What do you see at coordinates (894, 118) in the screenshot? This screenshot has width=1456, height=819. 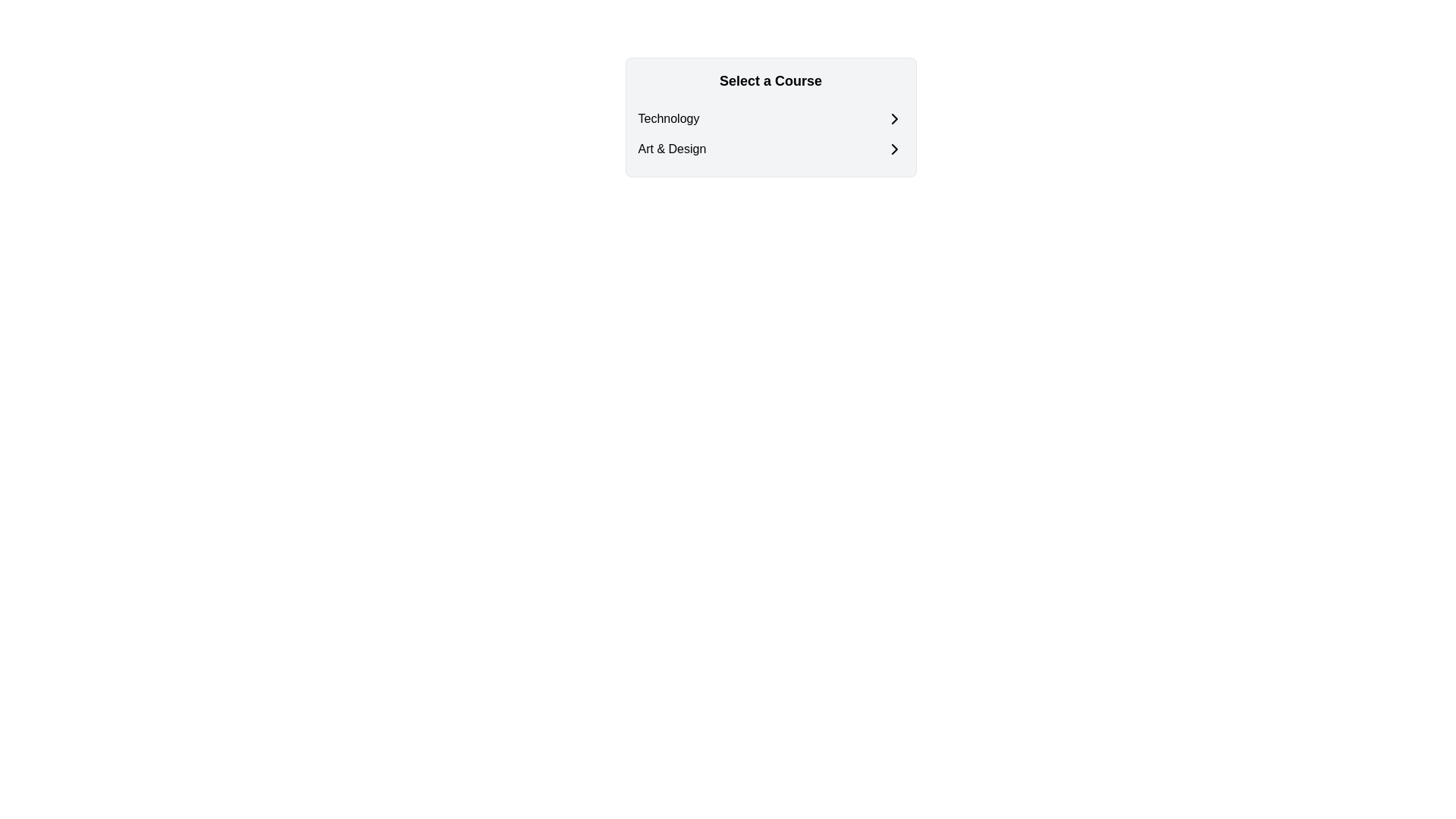 I see `the right-pointing chevron arrow icon located below the 'Technology' label` at bounding box center [894, 118].